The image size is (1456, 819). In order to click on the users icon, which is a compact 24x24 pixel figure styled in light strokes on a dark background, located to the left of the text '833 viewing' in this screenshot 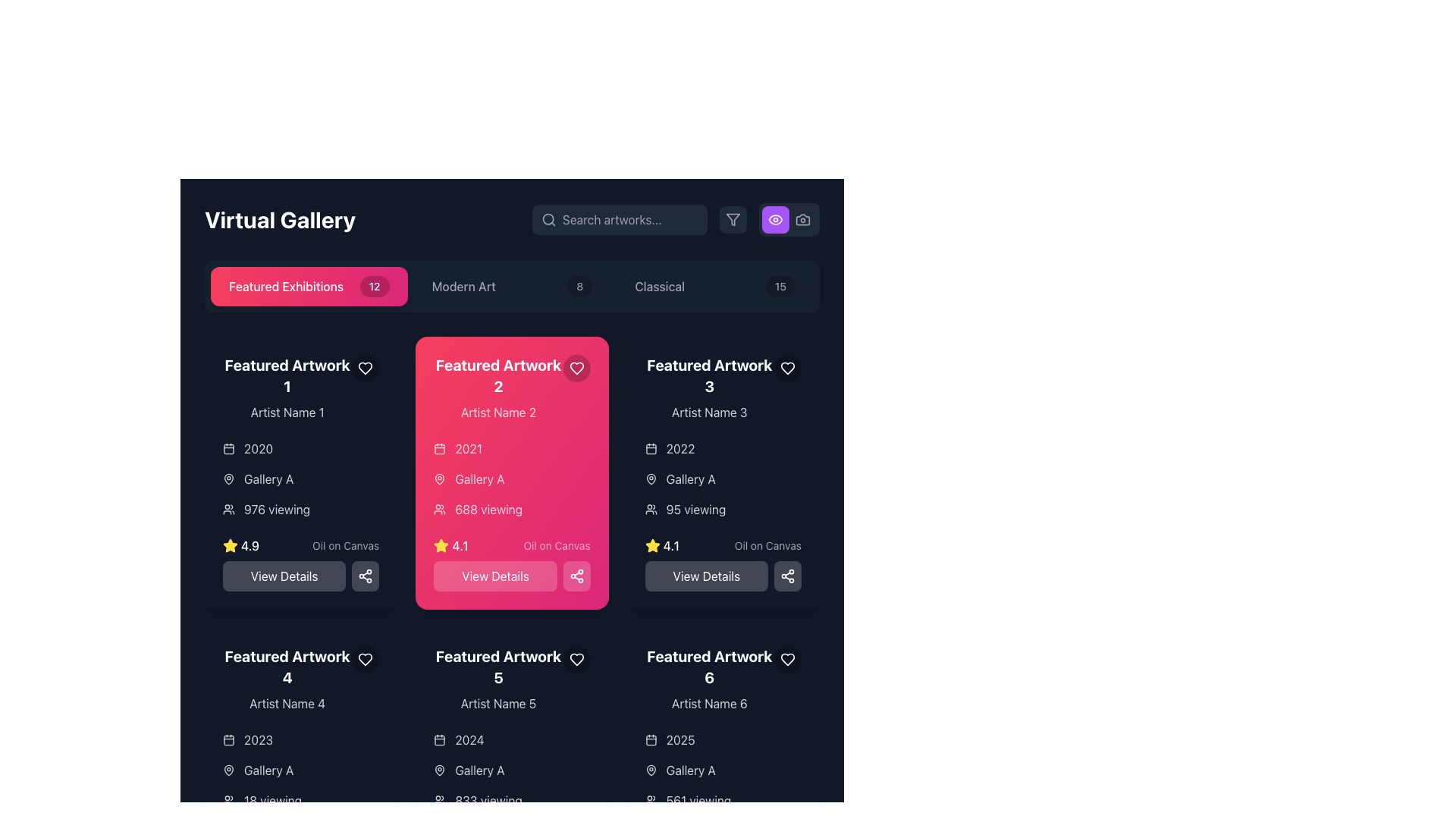, I will do `click(439, 800)`.